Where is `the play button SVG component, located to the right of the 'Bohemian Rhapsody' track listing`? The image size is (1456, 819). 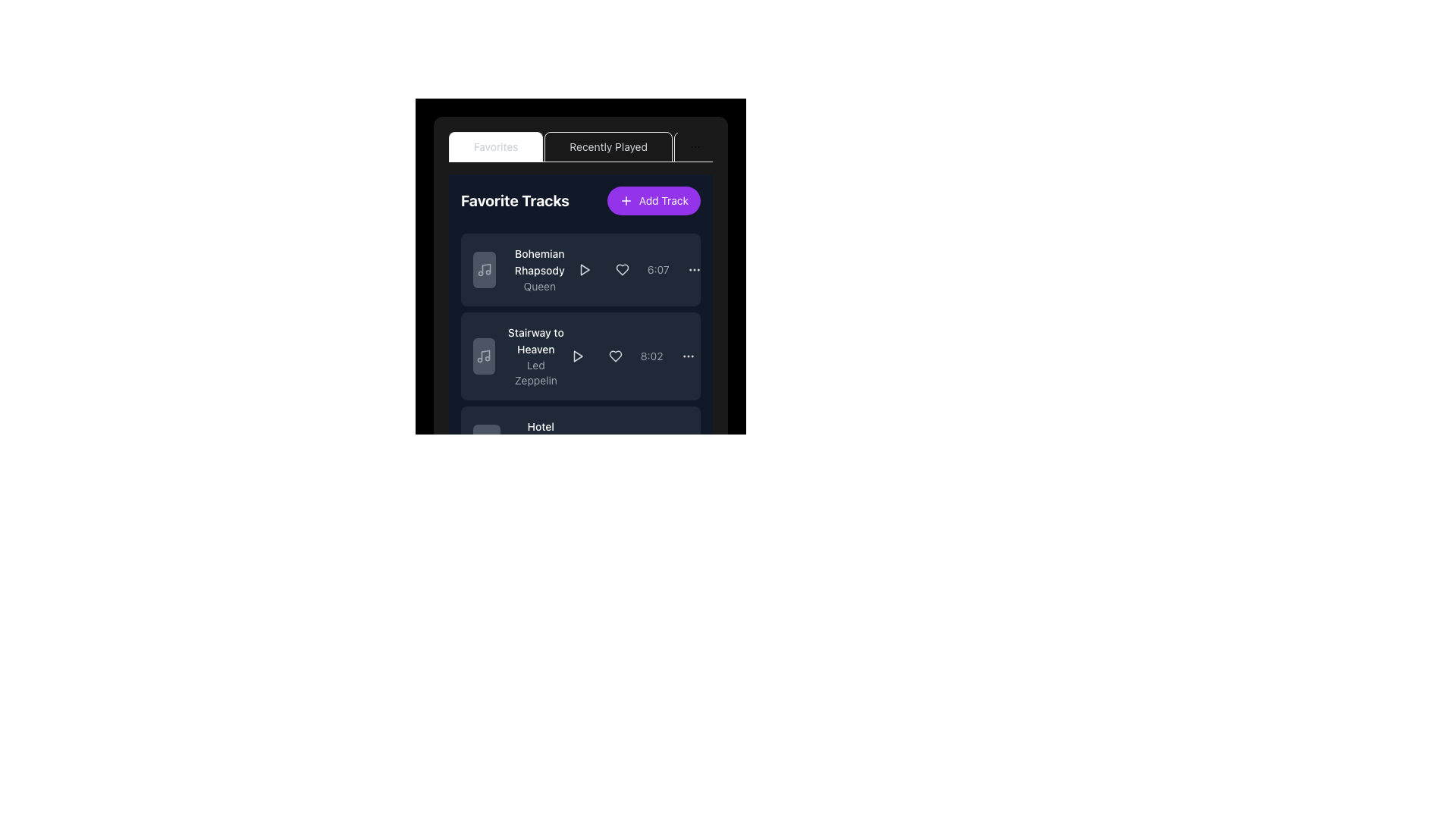 the play button SVG component, located to the right of the 'Bohemian Rhapsody' track listing is located at coordinates (584, 268).